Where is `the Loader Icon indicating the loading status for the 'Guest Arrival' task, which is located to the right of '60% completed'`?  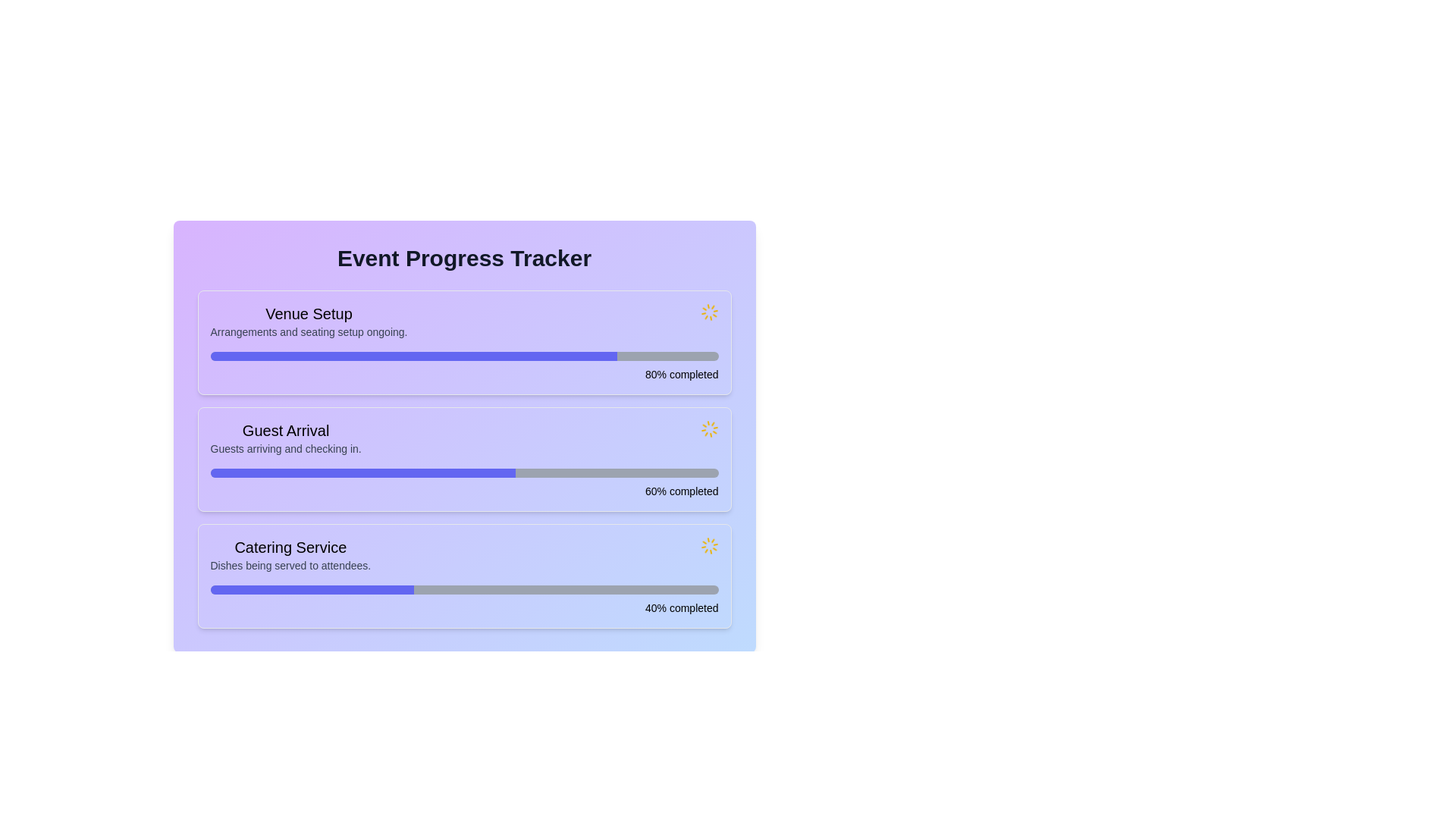
the Loader Icon indicating the loading status for the 'Guest Arrival' task, which is located to the right of '60% completed' is located at coordinates (708, 438).